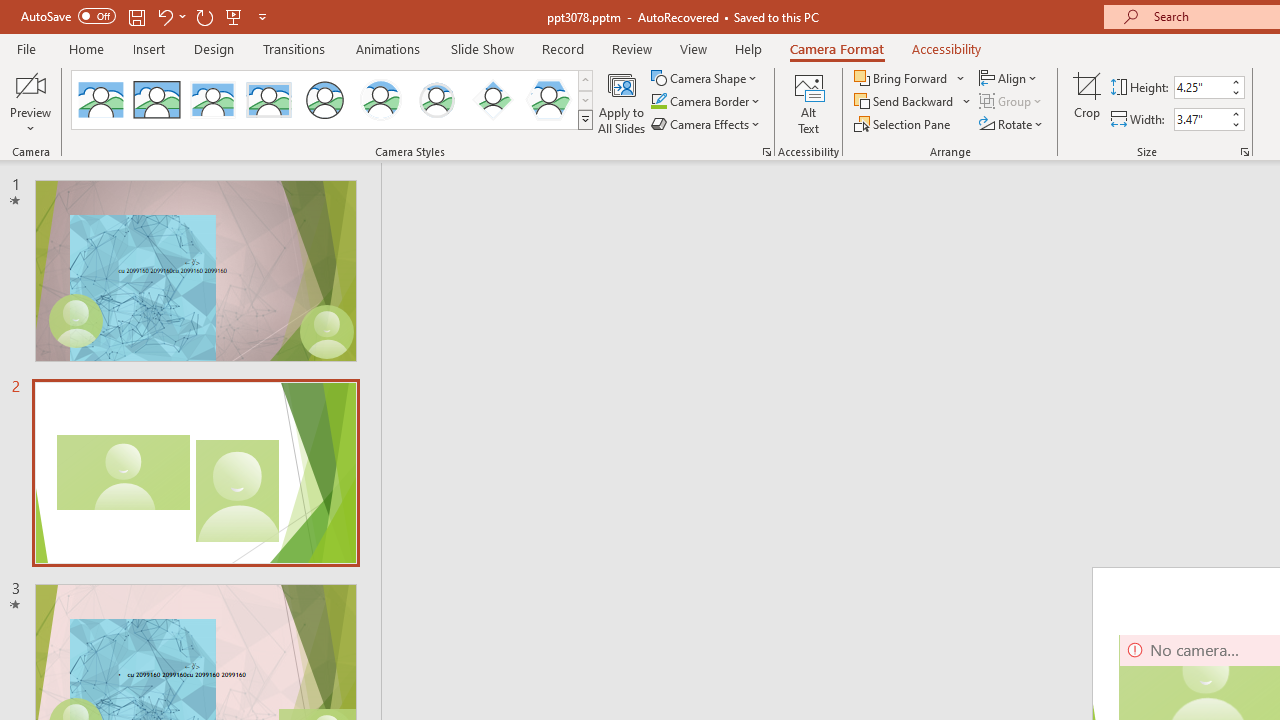  I want to click on 'Camera Border Green, Accent 1', so click(658, 101).